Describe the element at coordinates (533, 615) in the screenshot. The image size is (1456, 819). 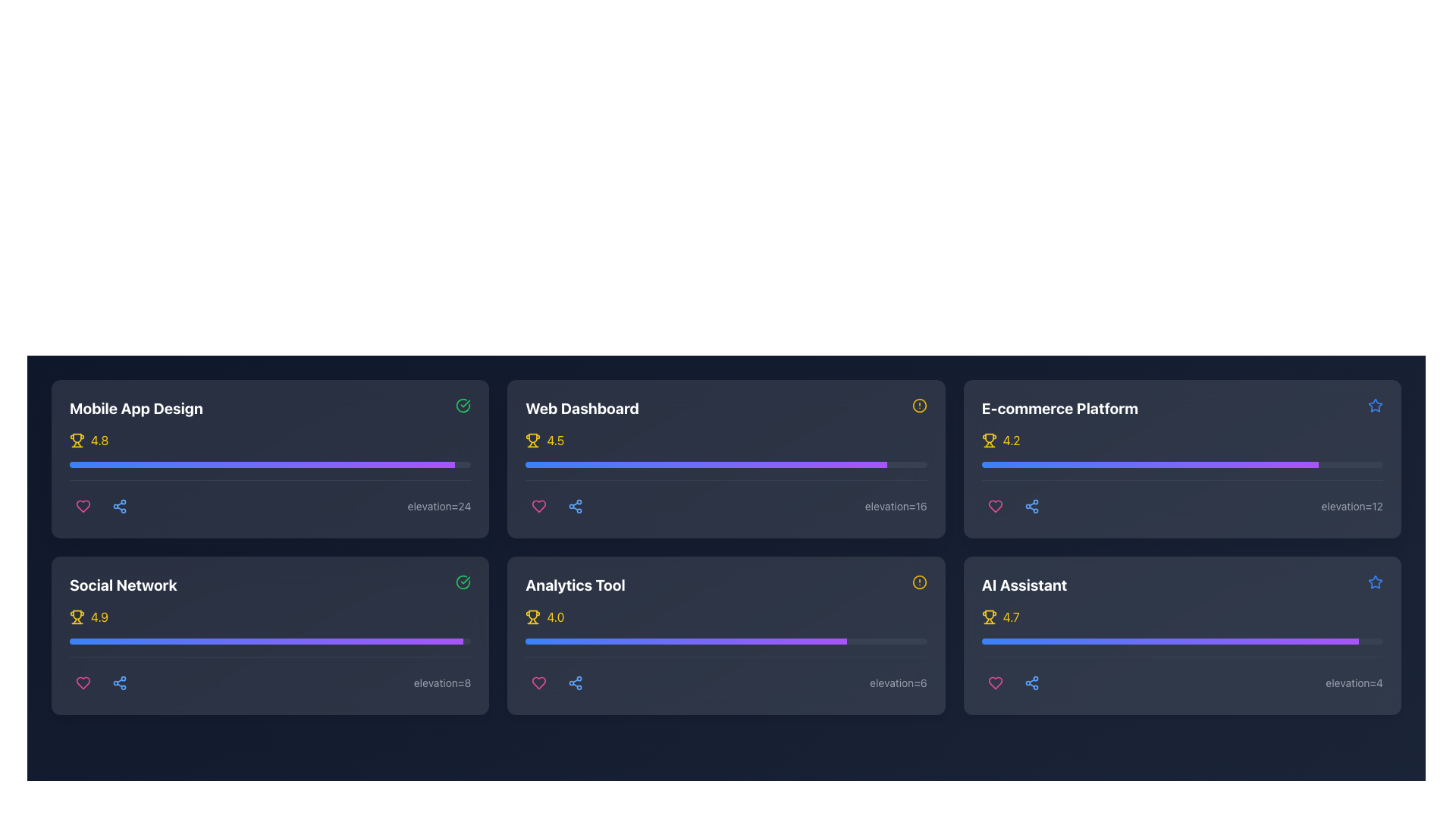
I see `the yellow trophy icon representing an award within the Analytics Tool card, located in the bottom row, second column of the grid` at that location.